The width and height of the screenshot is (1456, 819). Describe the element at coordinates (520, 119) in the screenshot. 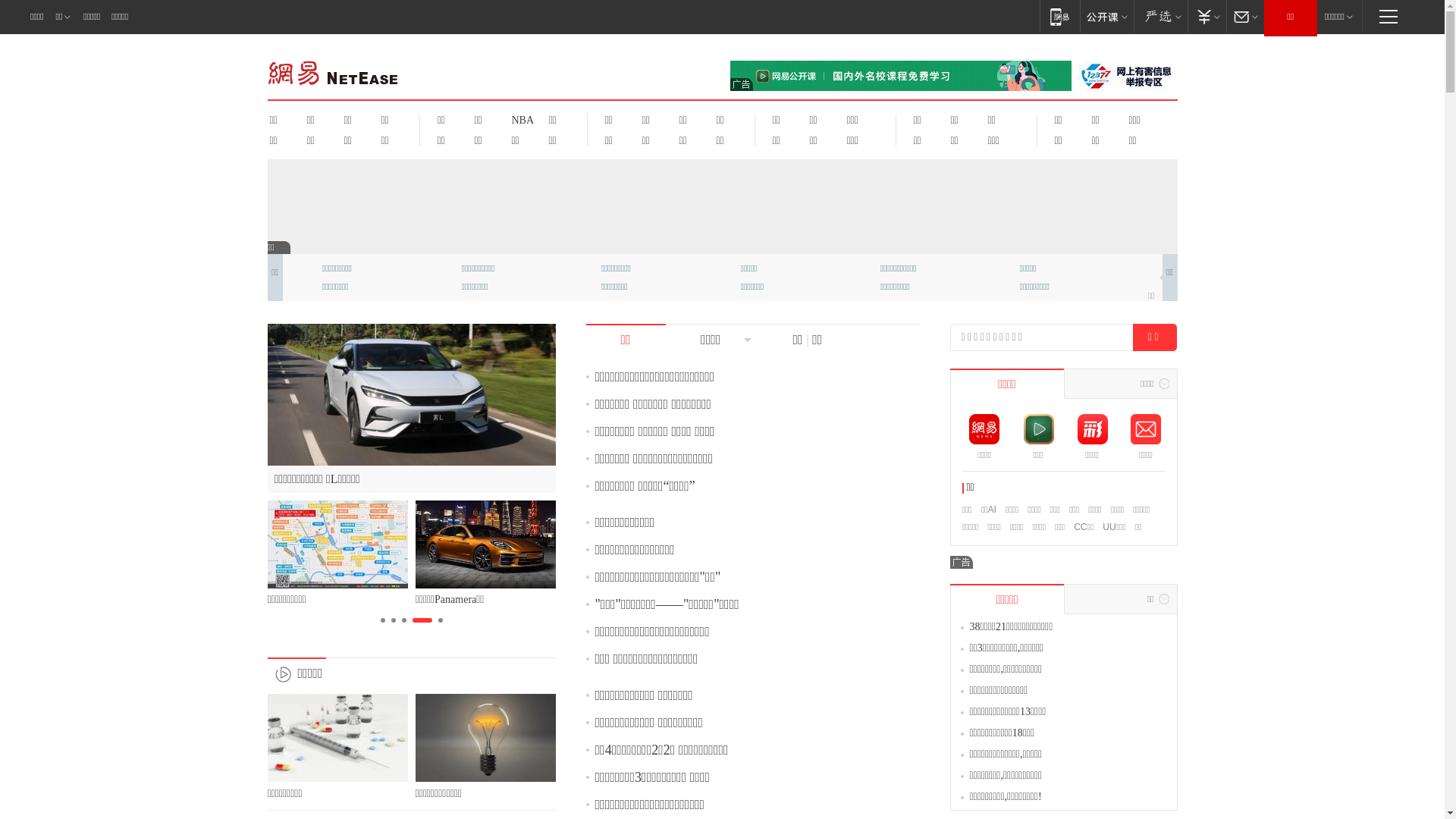

I see `'NBA'` at that location.